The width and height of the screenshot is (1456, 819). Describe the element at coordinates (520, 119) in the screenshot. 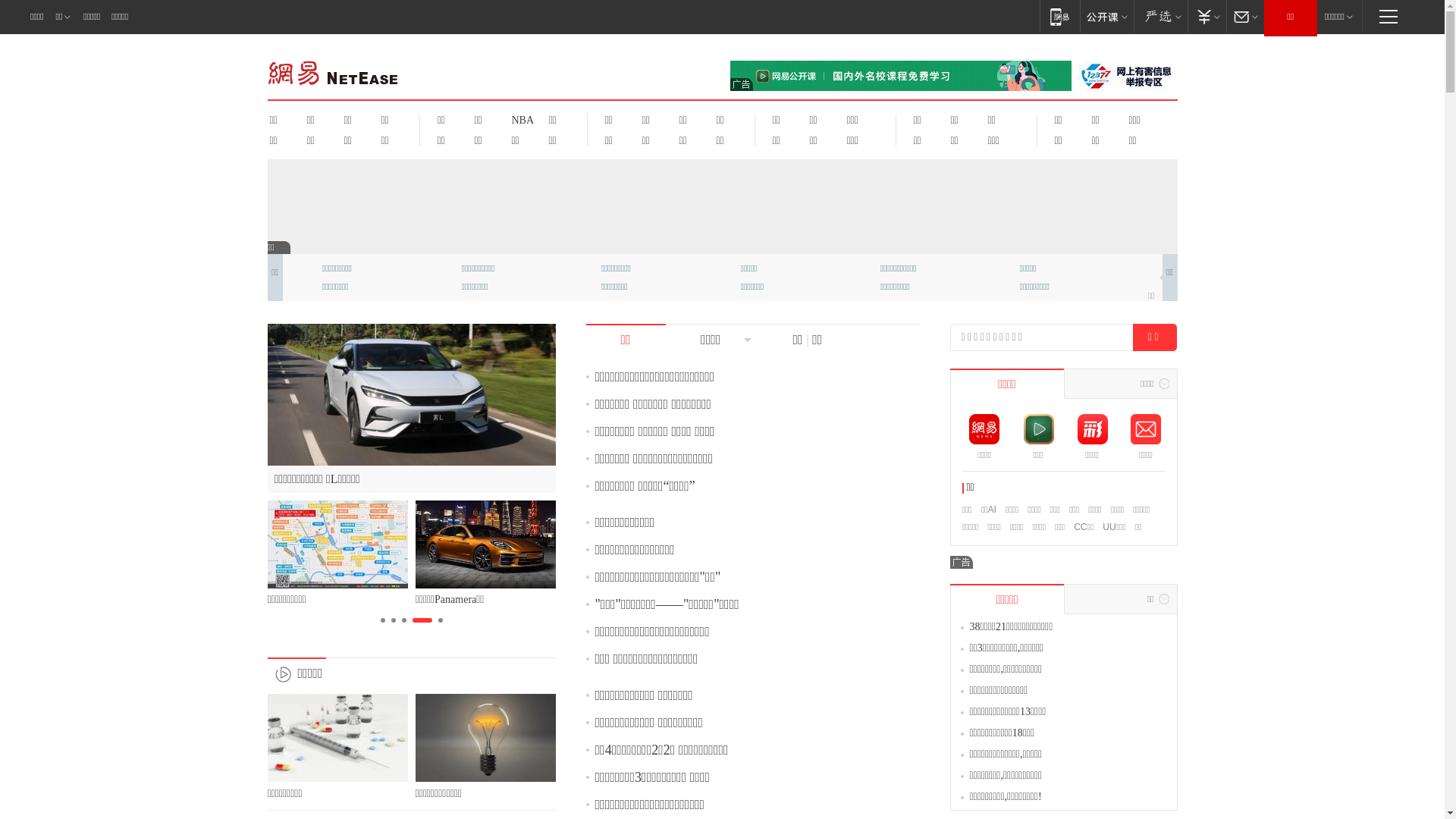

I see `'NBA'` at that location.